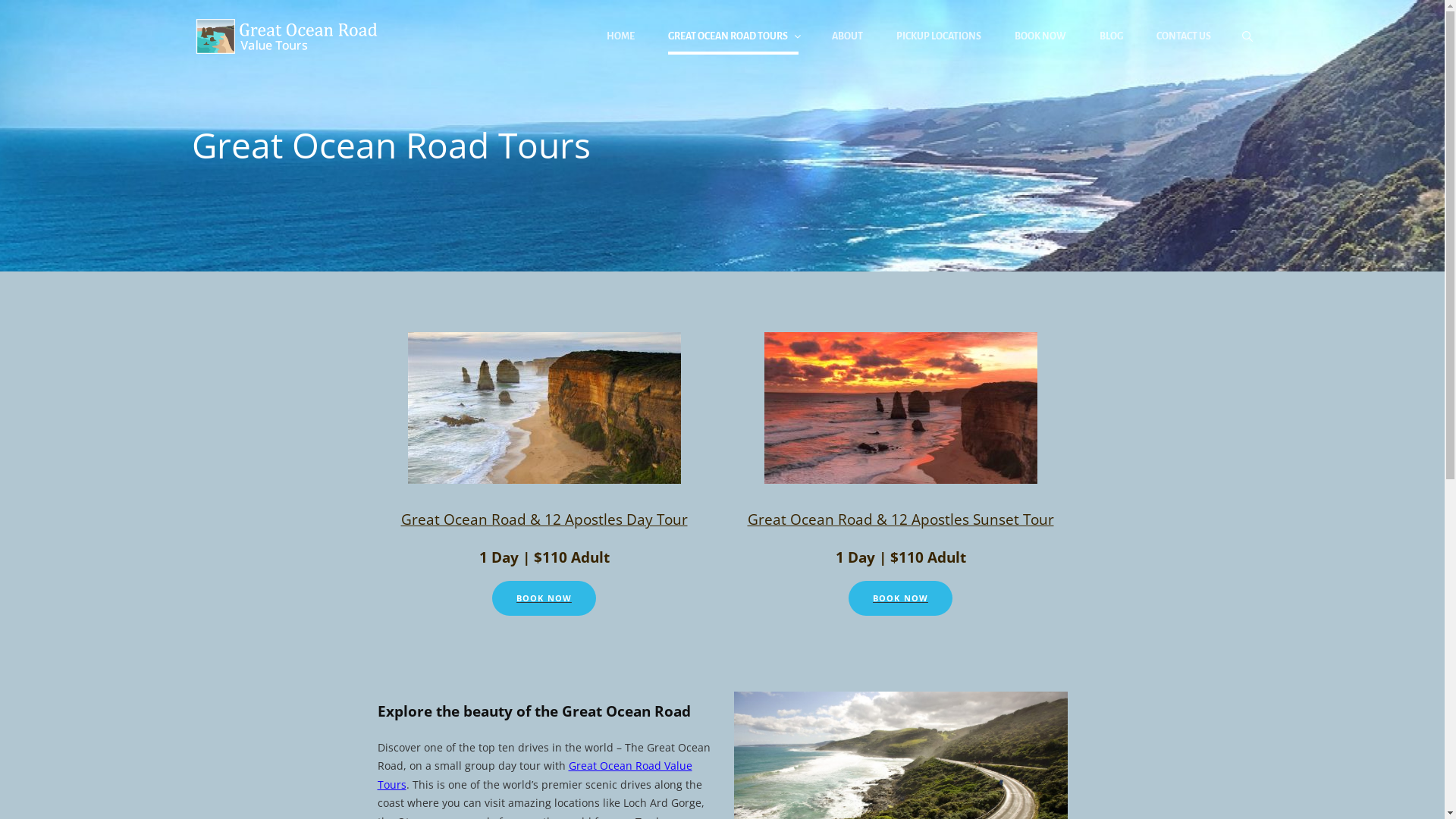  What do you see at coordinates (620, 35) in the screenshot?
I see `'HOME'` at bounding box center [620, 35].